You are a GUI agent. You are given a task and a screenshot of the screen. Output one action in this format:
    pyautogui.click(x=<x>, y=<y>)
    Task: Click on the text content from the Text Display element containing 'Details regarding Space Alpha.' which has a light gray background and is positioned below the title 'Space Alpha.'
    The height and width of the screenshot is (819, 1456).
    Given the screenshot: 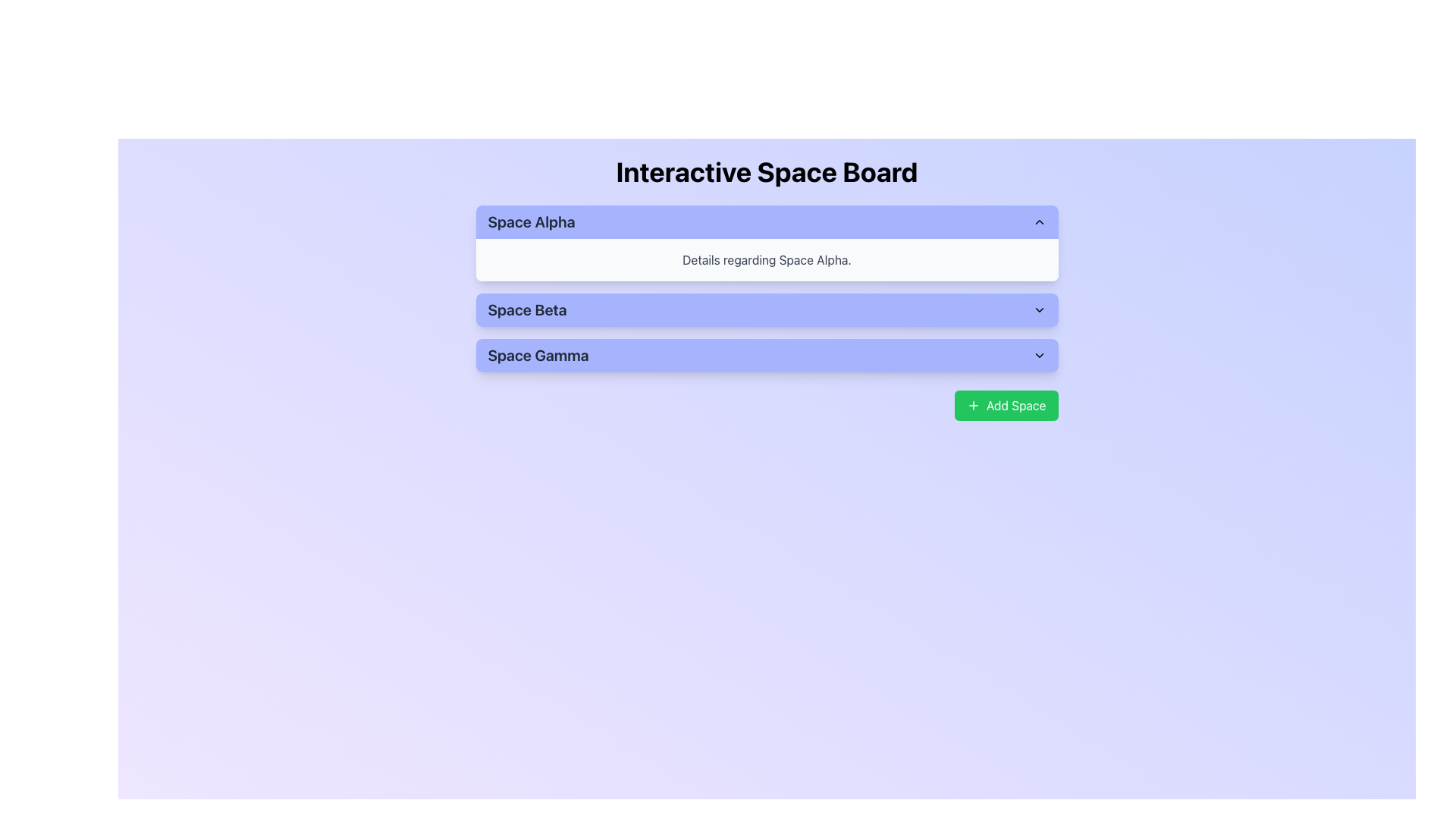 What is the action you would take?
    pyautogui.click(x=767, y=259)
    